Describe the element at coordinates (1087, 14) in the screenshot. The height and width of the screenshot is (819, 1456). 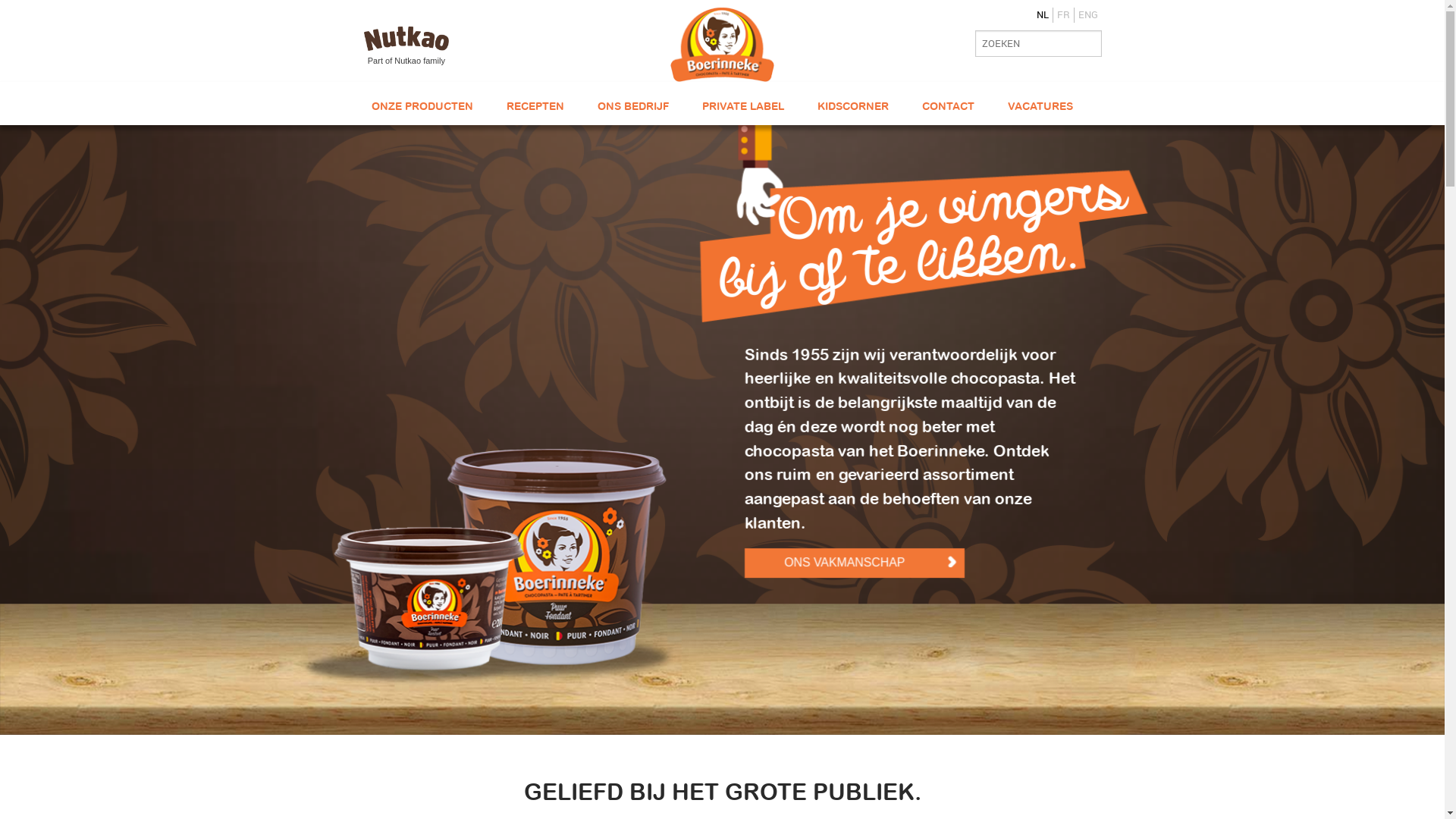
I see `'ENG'` at that location.